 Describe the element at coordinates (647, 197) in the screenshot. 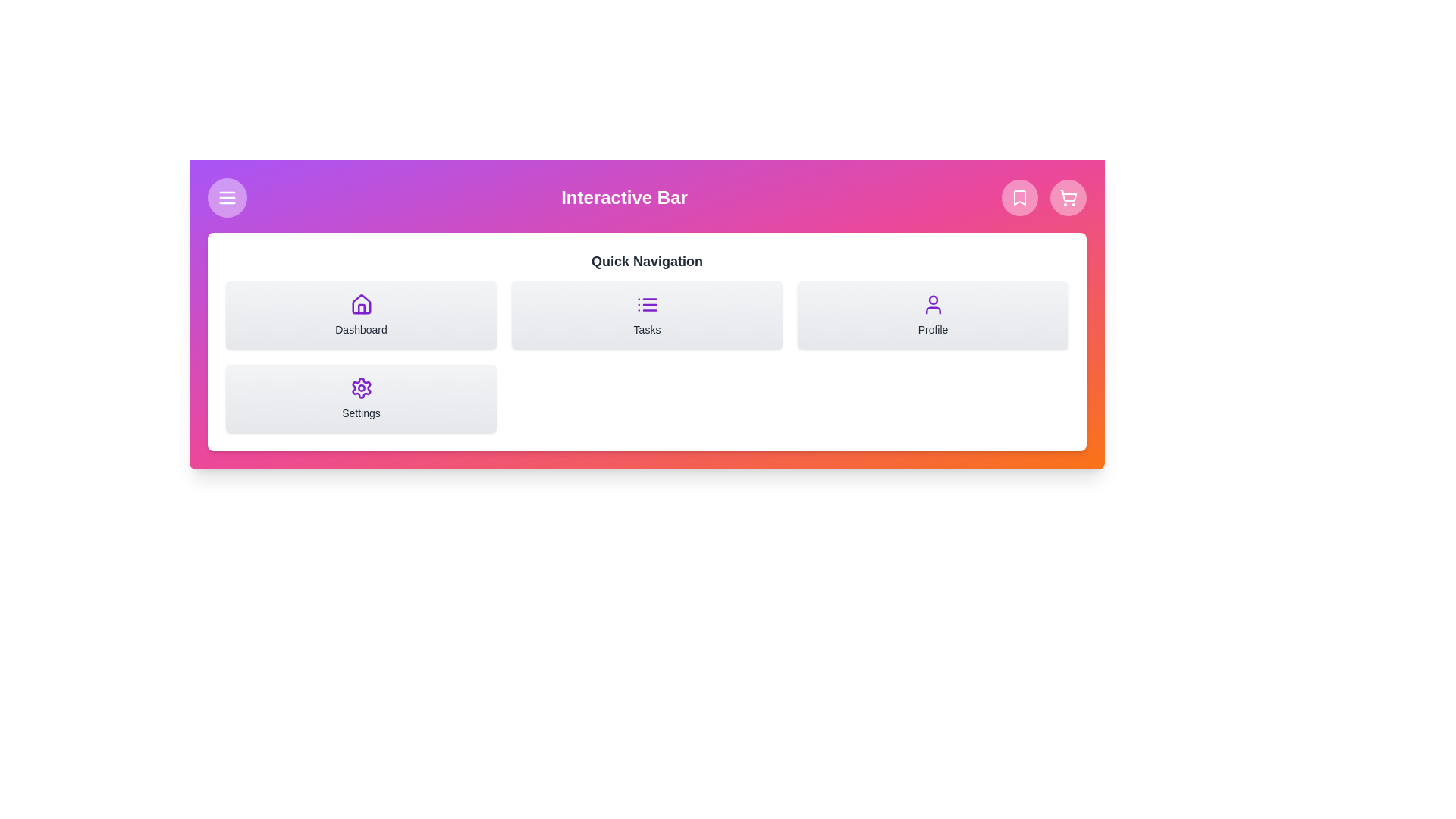

I see `the text 'Interactive Bar' to select it` at that location.